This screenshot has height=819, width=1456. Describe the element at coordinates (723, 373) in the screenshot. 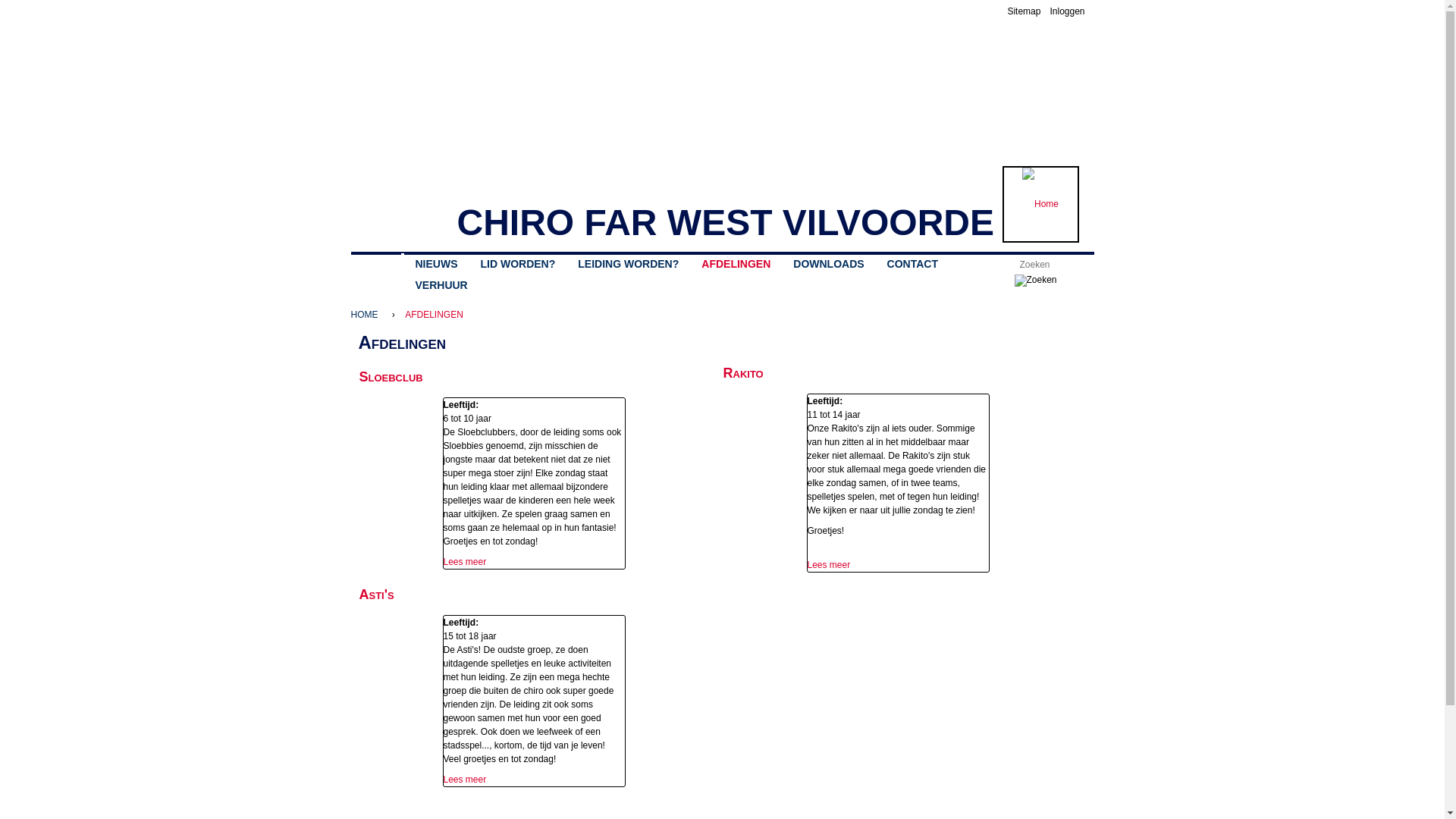

I see `'Rakito'` at that location.